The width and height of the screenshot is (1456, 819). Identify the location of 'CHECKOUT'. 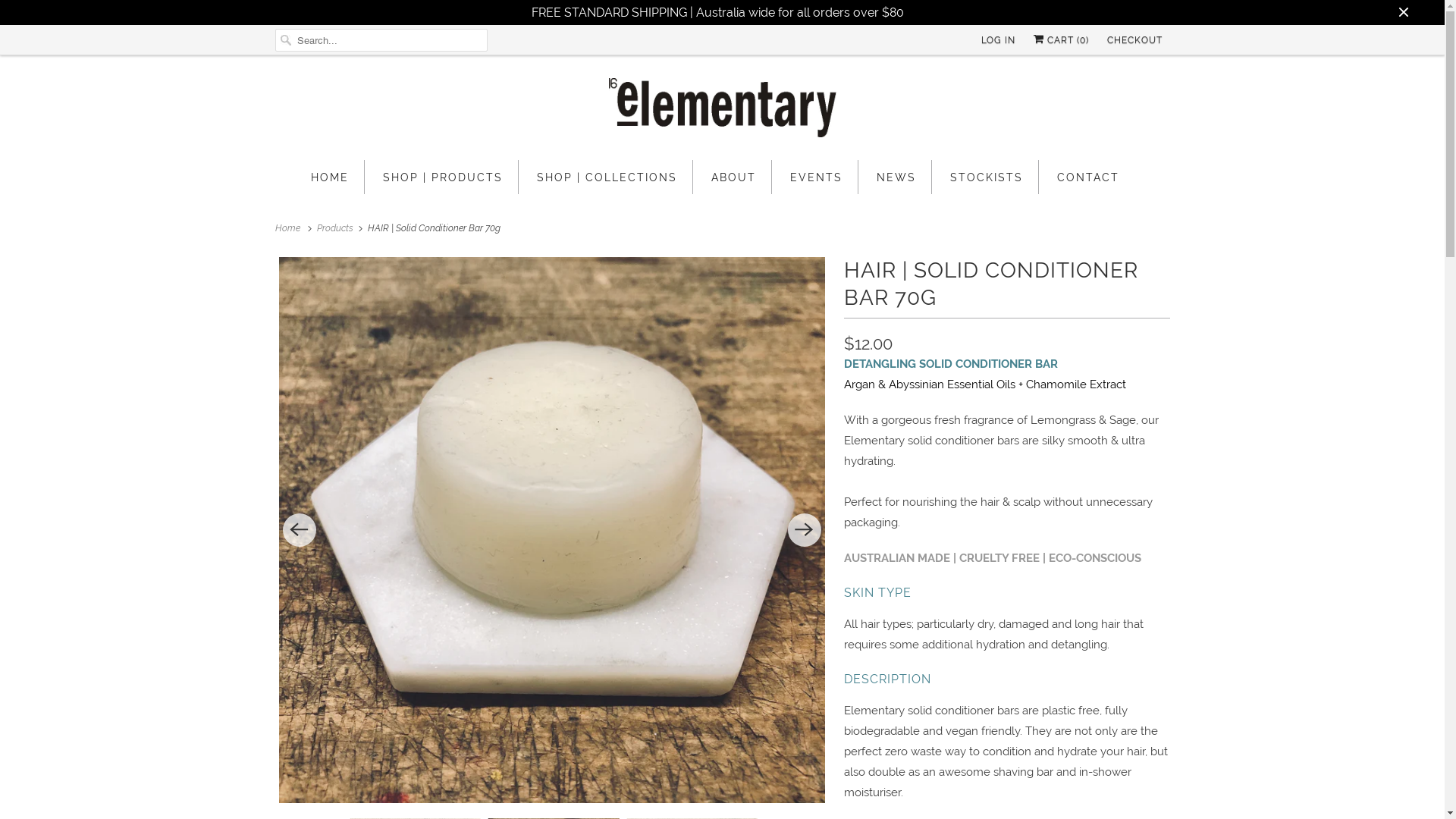
(1134, 39).